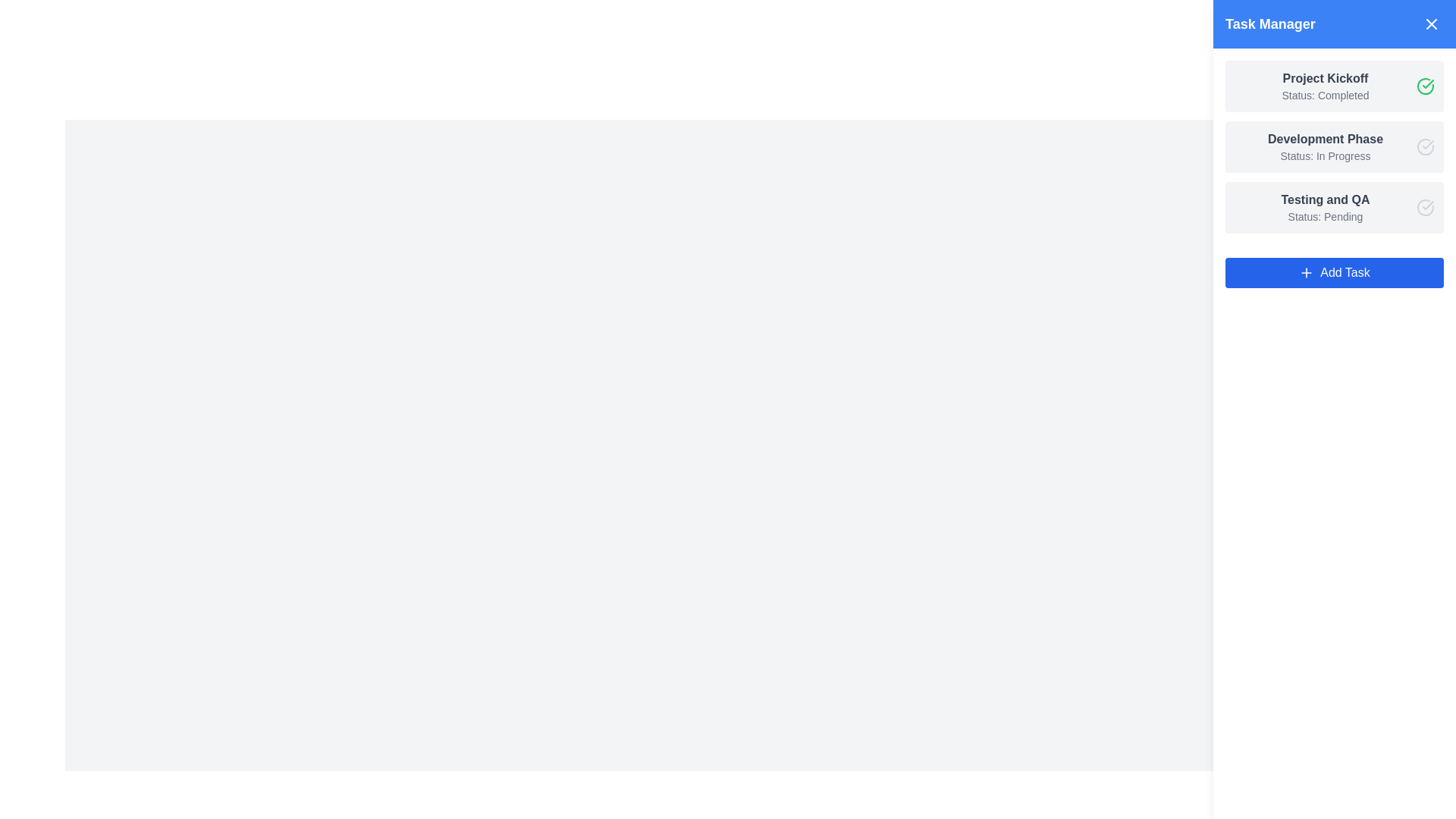 The image size is (1456, 819). I want to click on the Text block displaying the title and completion status of a task for accessibility in the Task Manager section, located in the top-right corner of the interface, so click(1324, 86).